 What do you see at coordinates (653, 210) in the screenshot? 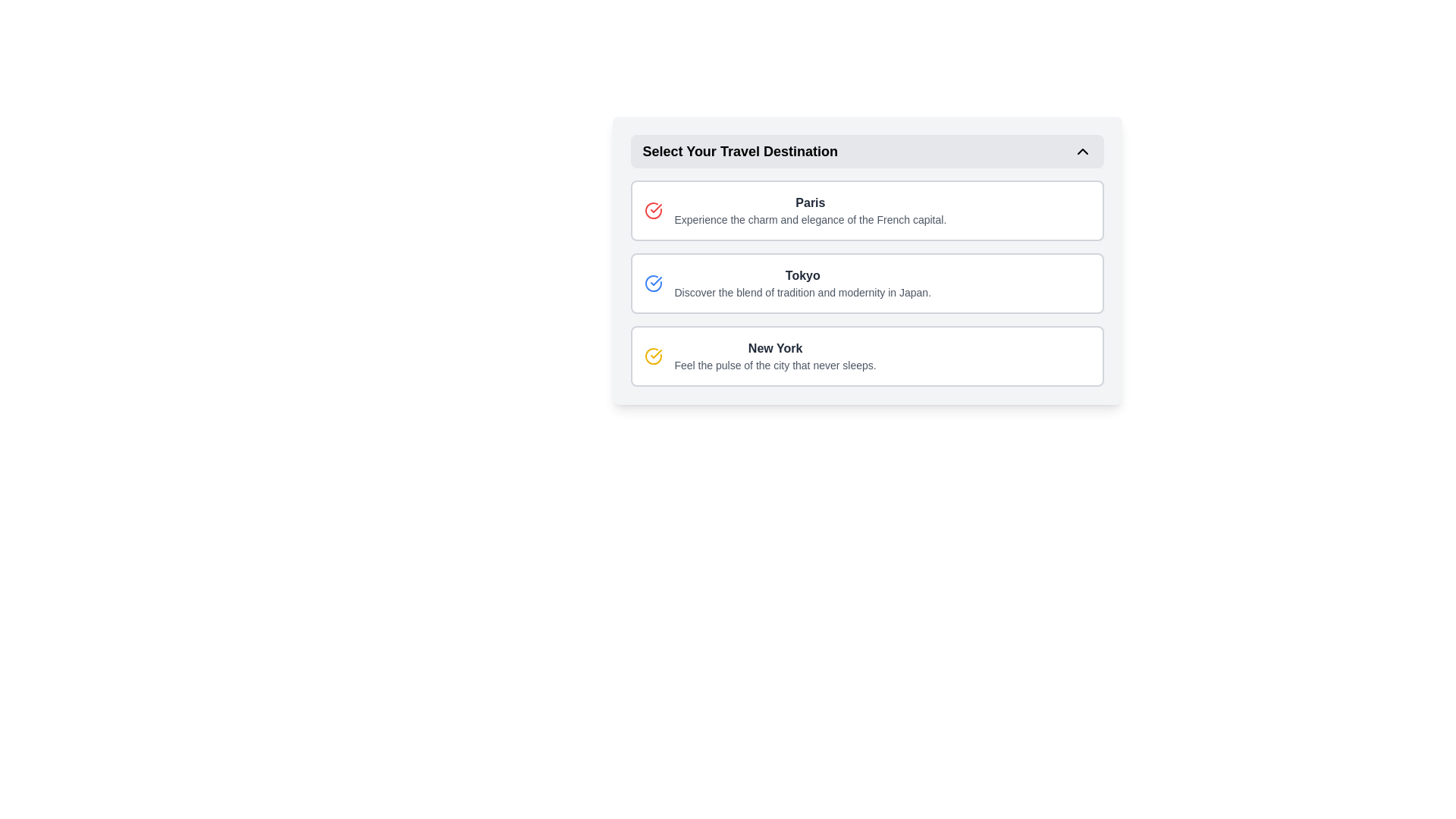
I see `the circular checkmark icon indicating the selection state of the 'Paris' option to signify selection intent` at bounding box center [653, 210].